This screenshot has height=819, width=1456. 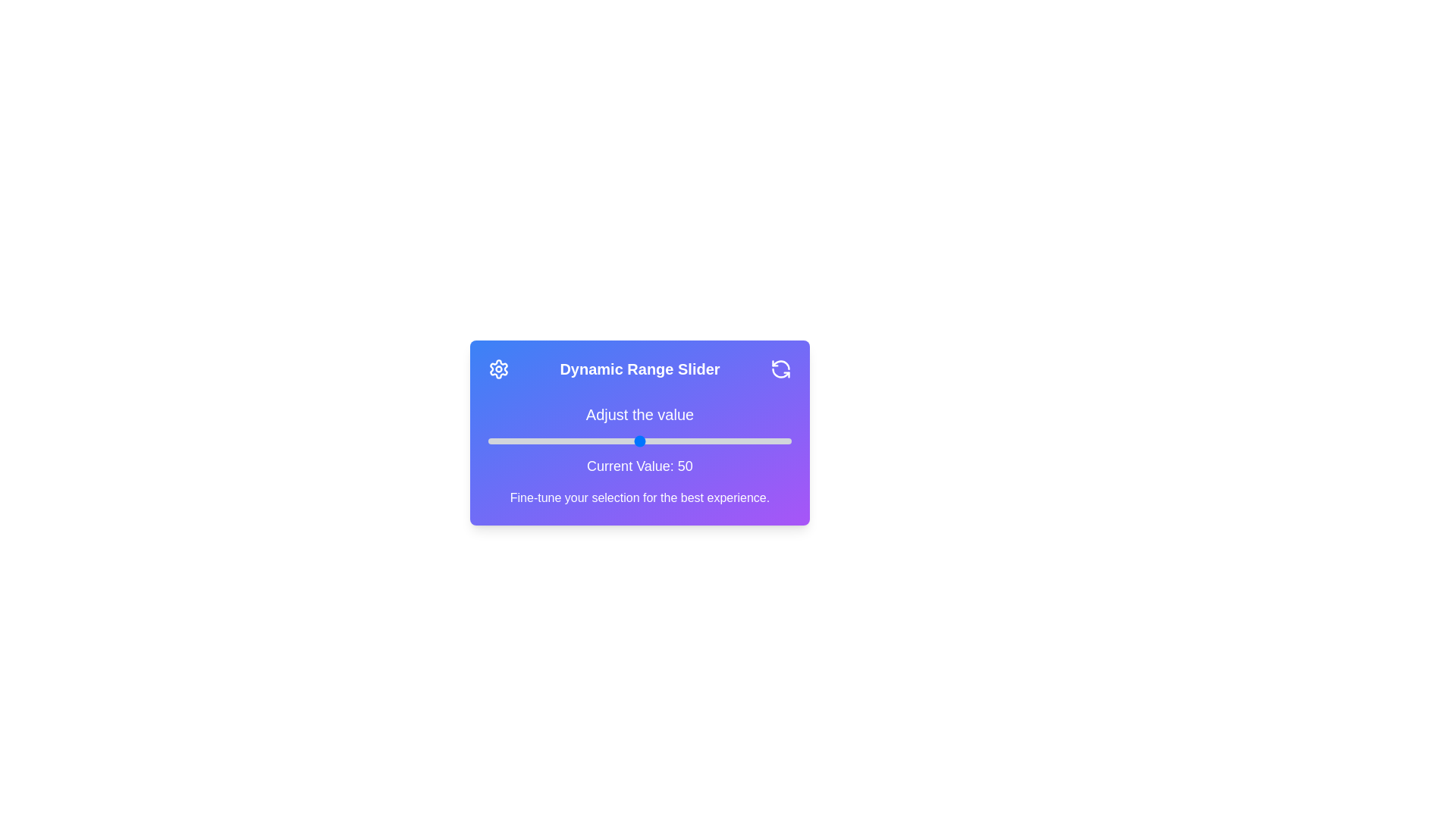 I want to click on the settings icon, so click(x=498, y=369).